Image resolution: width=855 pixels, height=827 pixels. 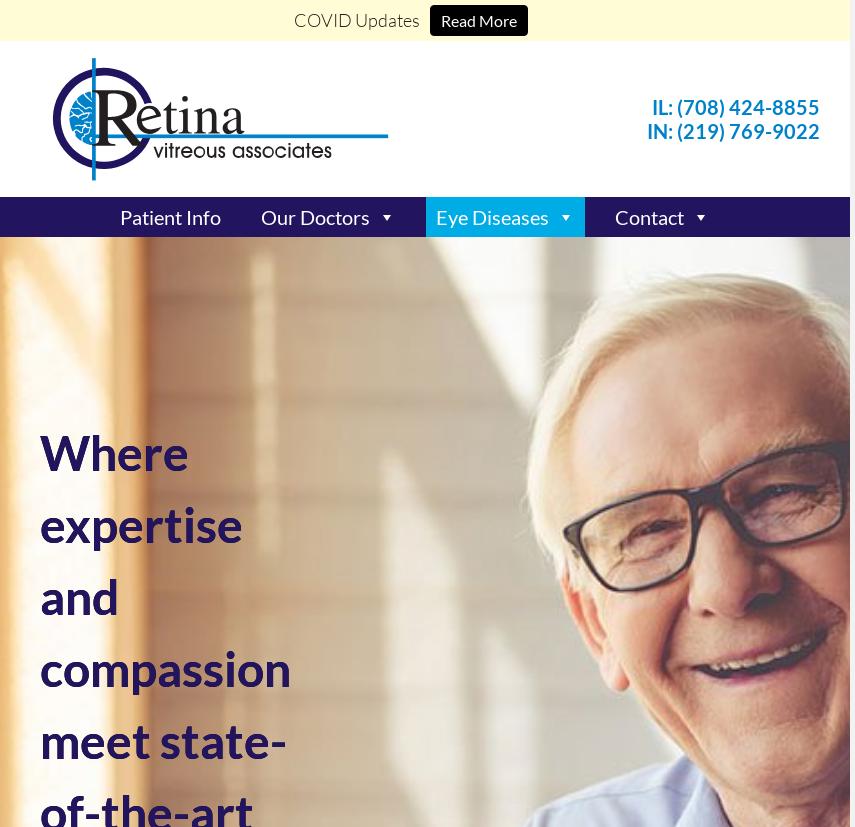 What do you see at coordinates (547, 543) in the screenshot?
I see `'Retinal Vein & Artery Occlusions'` at bounding box center [547, 543].